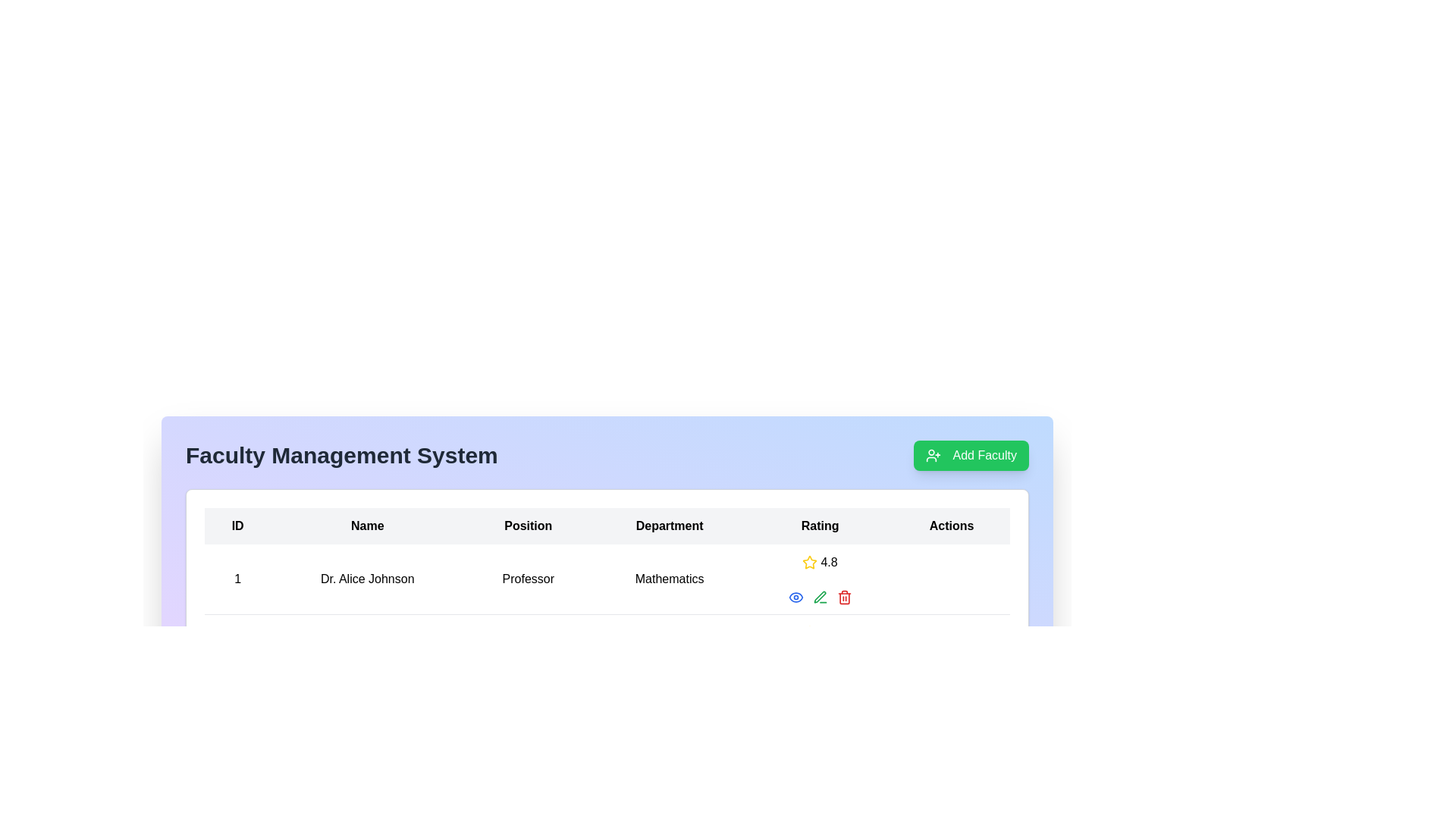 The width and height of the screenshot is (1456, 819). What do you see at coordinates (237, 579) in the screenshot?
I see `the static text display element that identifies the faculty member in the first column of the table under the heading 'ID'` at bounding box center [237, 579].